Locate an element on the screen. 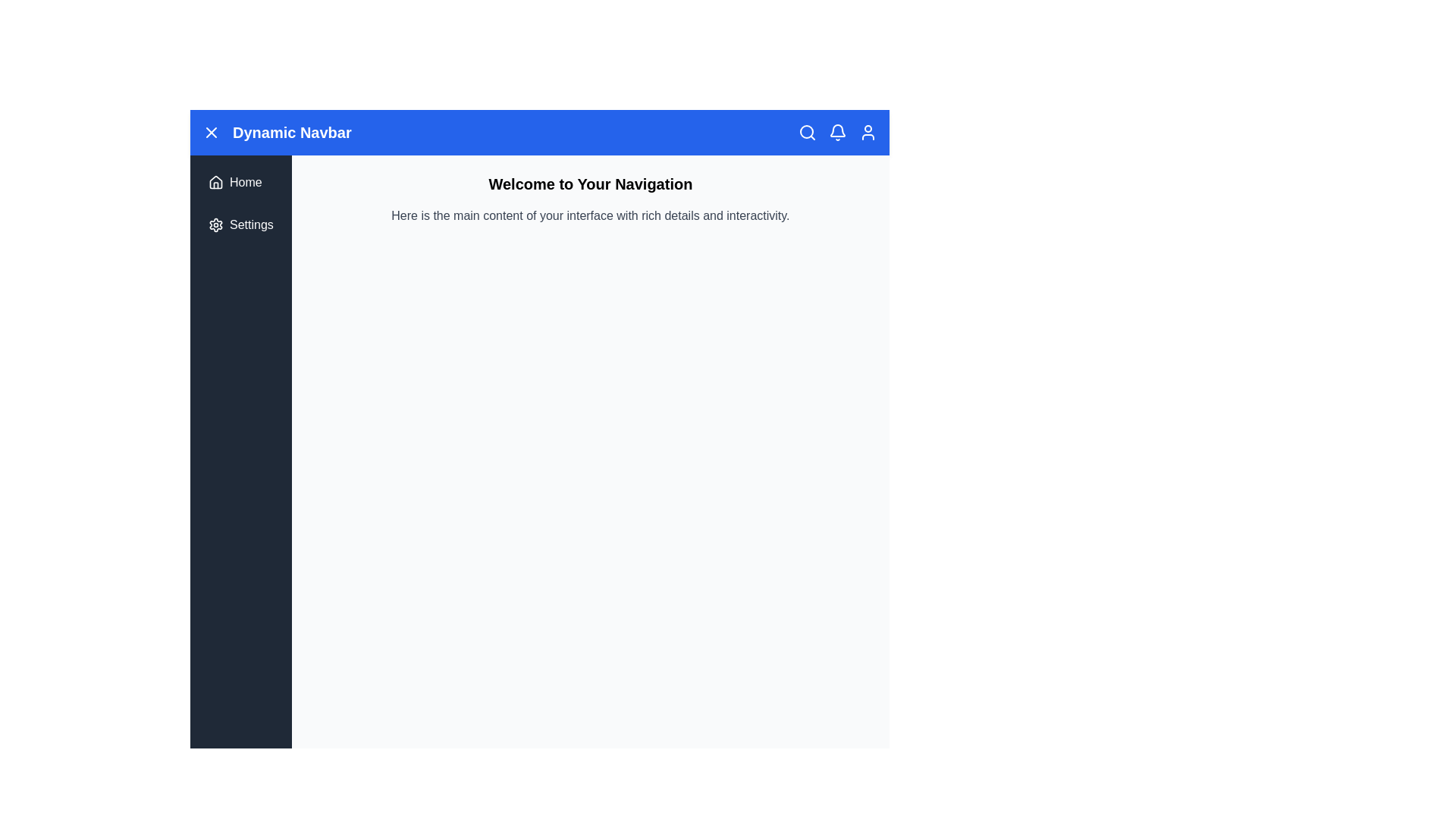  text element styled in bold, displaying 'Welcome to Your Navigation', located near the top of the light gray content area is located at coordinates (589, 184).